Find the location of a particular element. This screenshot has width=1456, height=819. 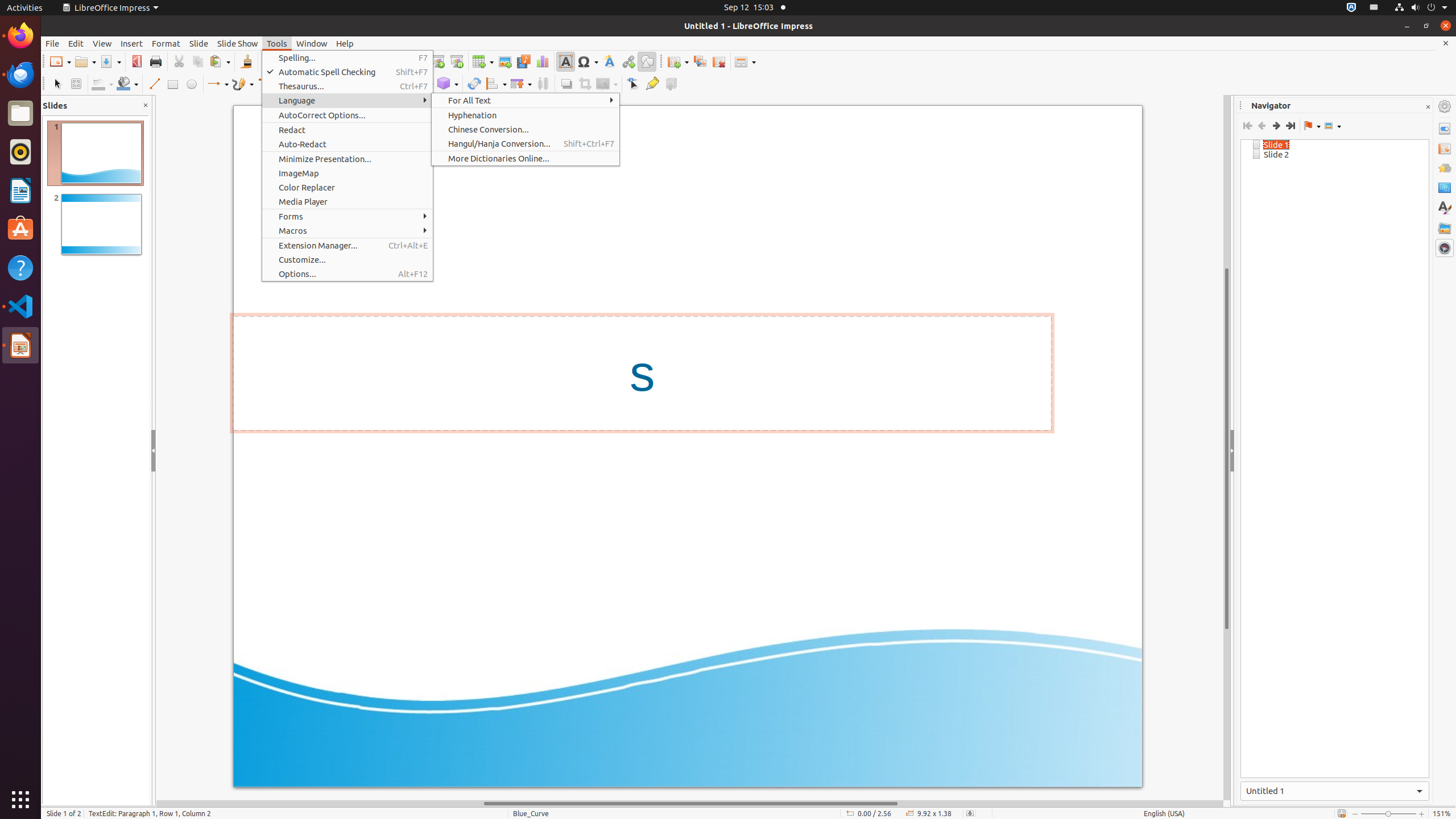

'Media Player' is located at coordinates (348, 201).